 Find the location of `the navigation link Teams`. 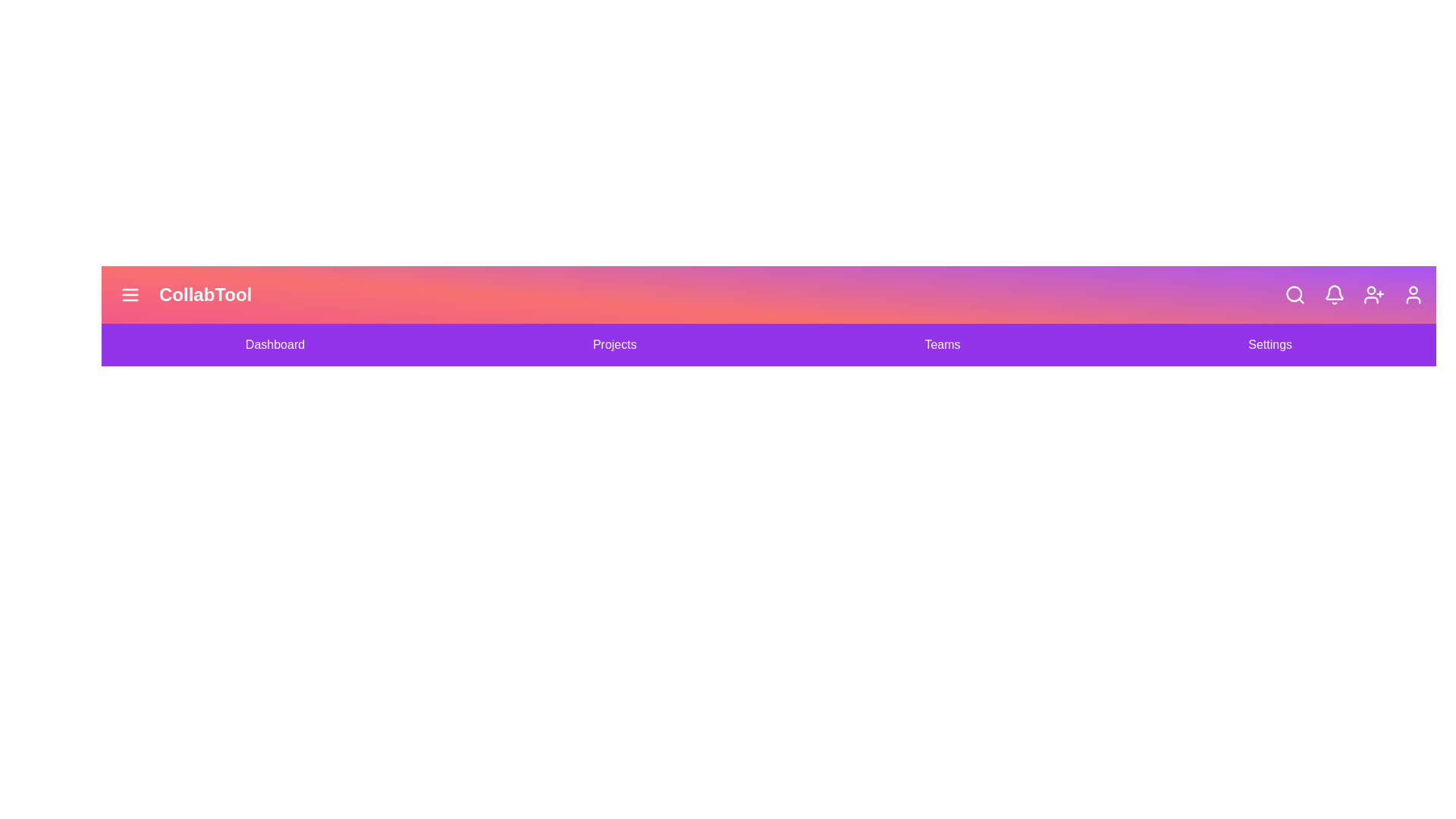

the navigation link Teams is located at coordinates (941, 345).